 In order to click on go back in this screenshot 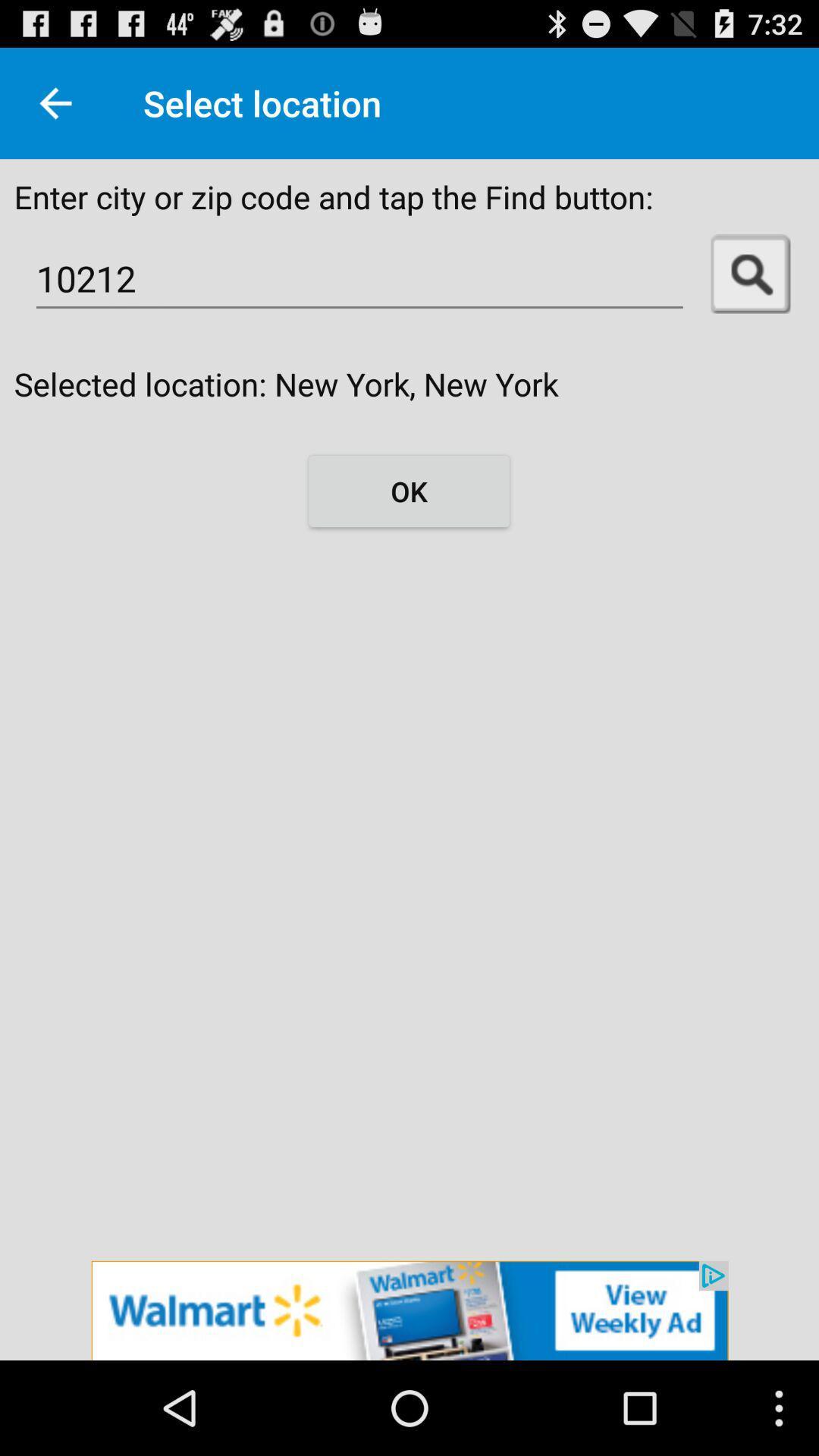, I will do `click(55, 102)`.